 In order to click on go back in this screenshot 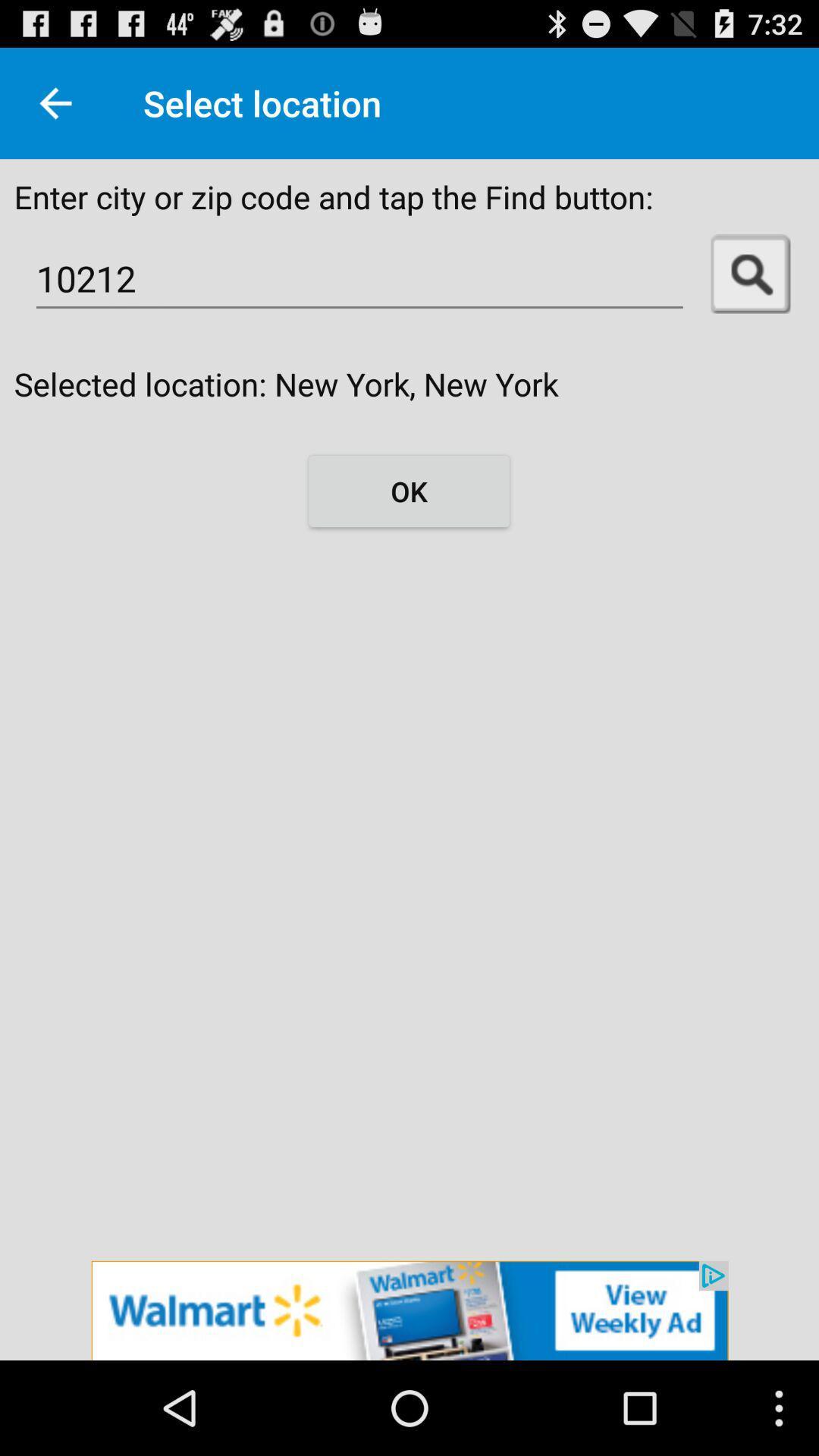, I will do `click(55, 102)`.